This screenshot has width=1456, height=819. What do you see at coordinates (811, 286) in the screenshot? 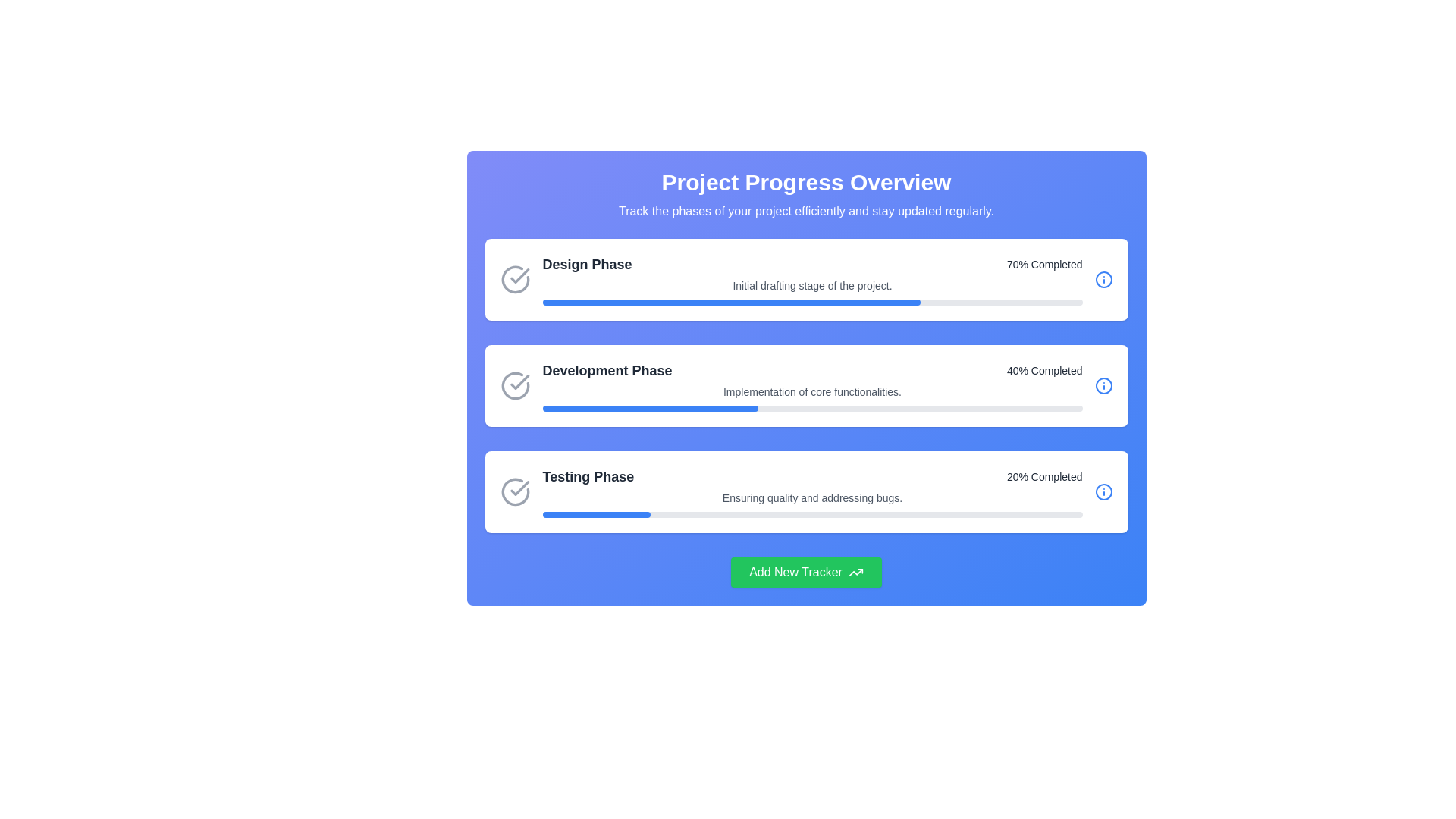
I see `the informative text that reads 'Initial drafting stage of the project', located beneath the heading 'Design Phase' and the progress information '70% Completed'` at bounding box center [811, 286].